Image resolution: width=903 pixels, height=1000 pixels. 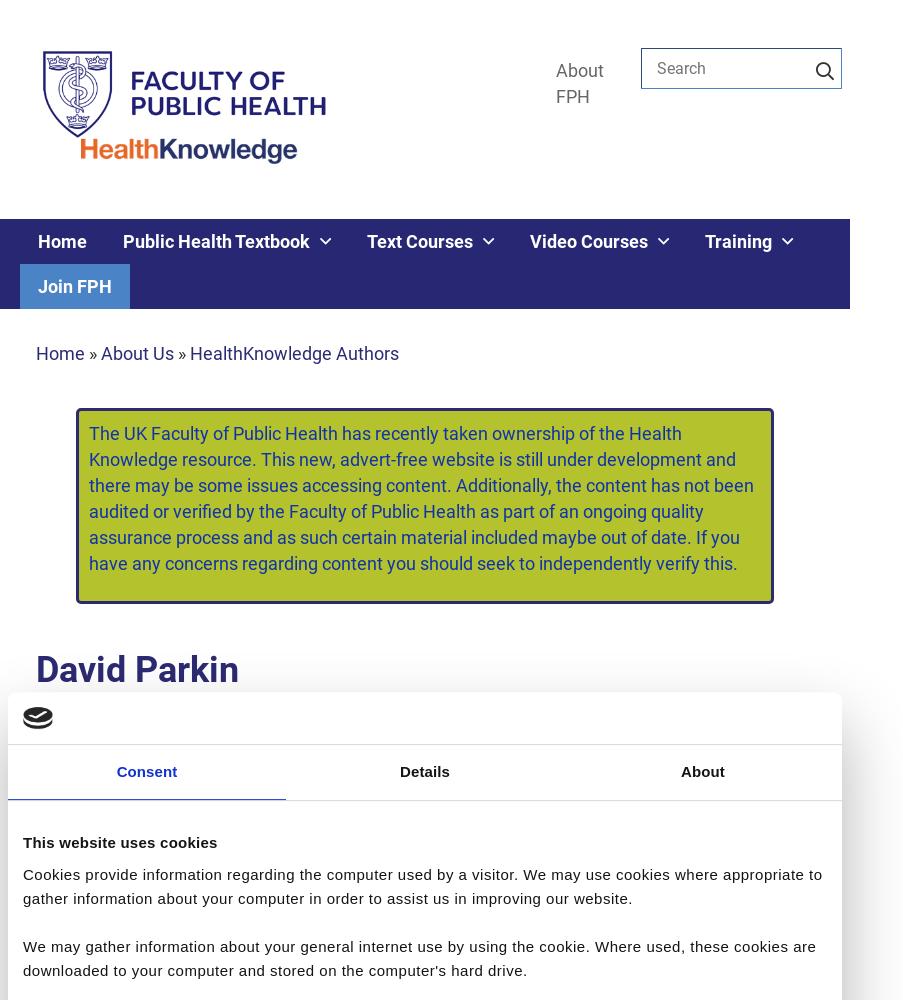 I want to click on 'Consent', so click(x=145, y=771).